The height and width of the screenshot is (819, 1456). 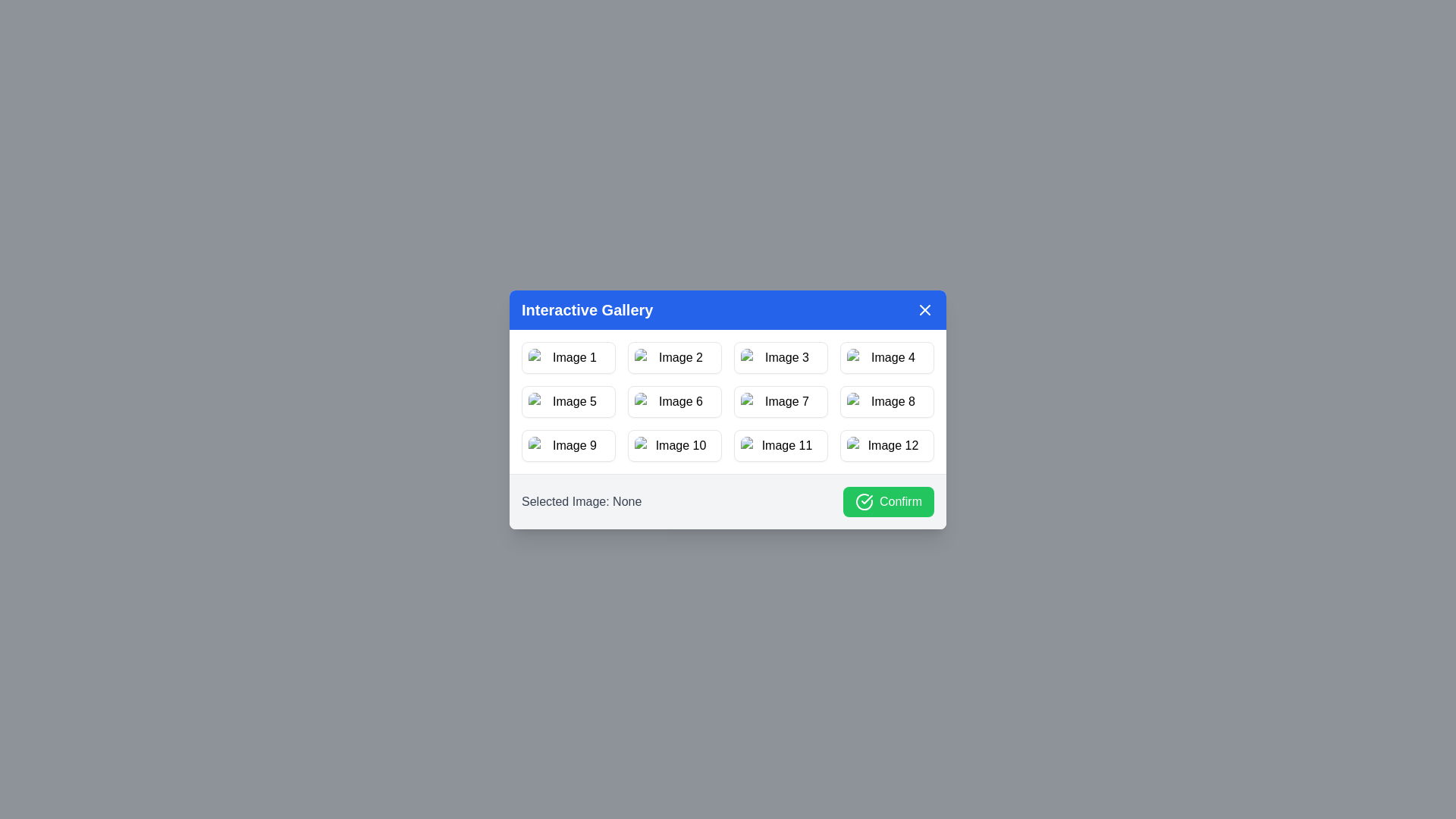 I want to click on the close button to close the dialog window, so click(x=924, y=309).